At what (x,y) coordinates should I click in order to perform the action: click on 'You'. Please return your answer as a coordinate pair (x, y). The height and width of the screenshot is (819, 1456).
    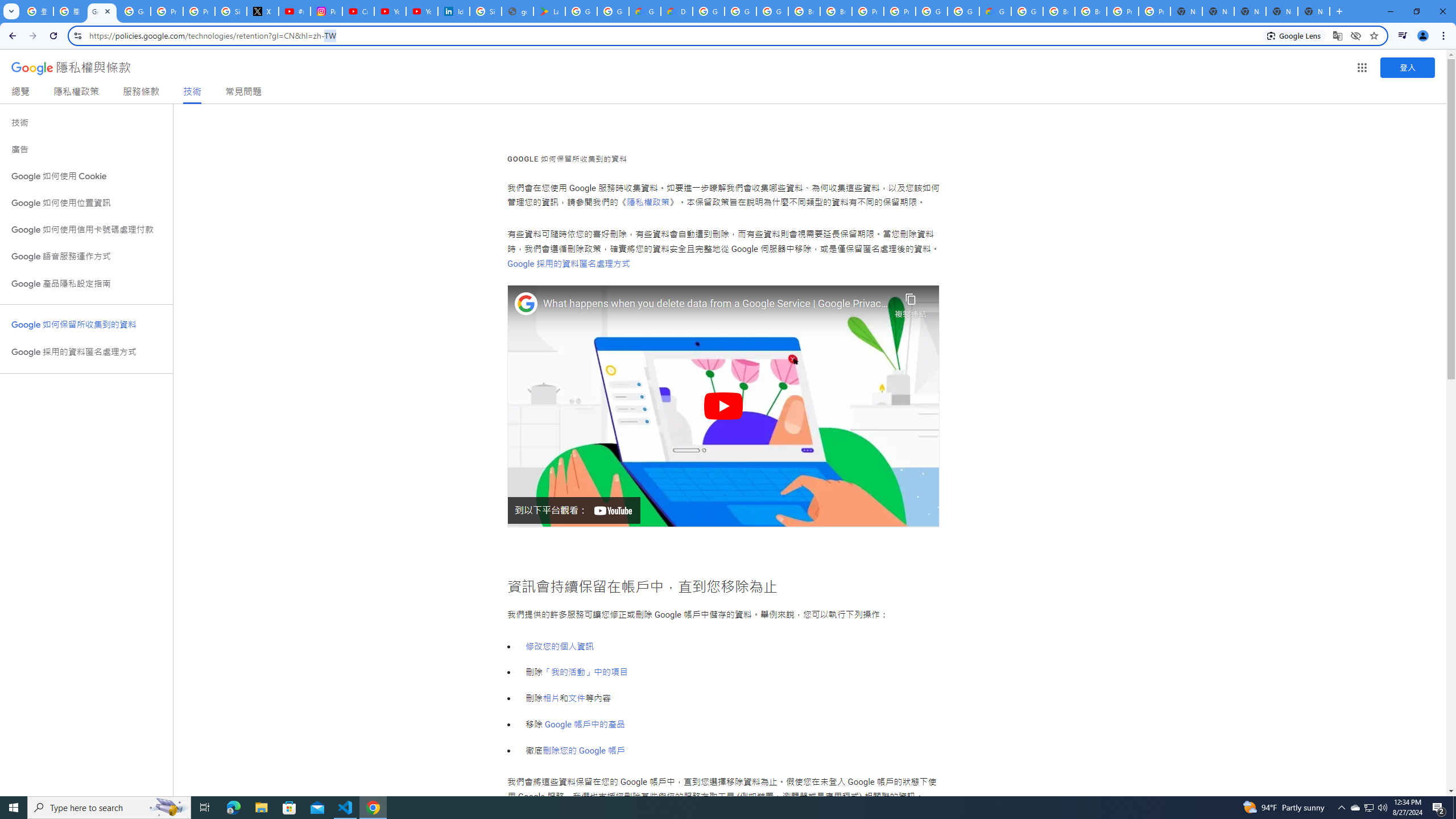
    Looking at the image, I should click on (1423, 35).